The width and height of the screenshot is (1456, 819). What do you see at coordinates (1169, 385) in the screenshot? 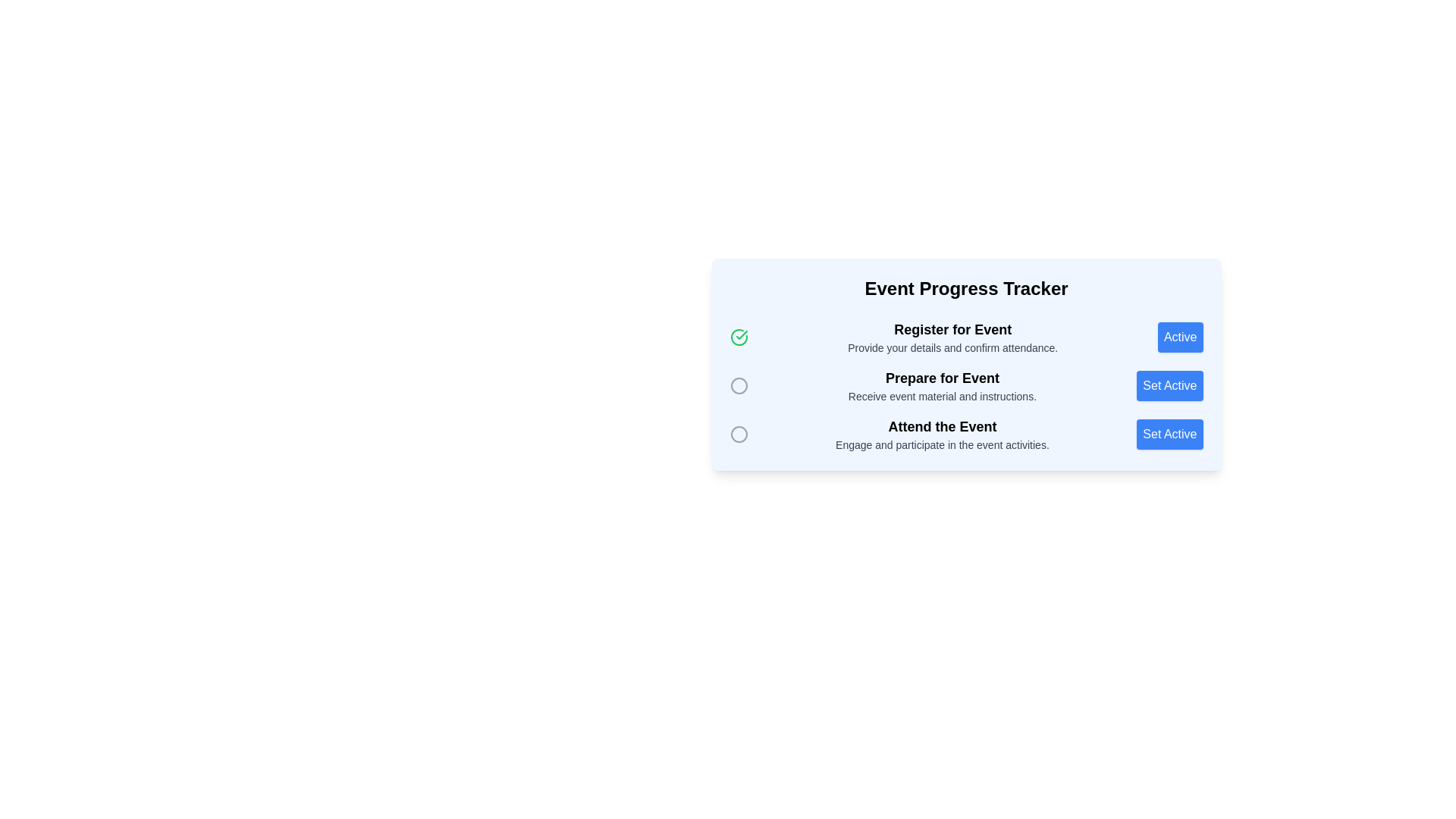
I see `the button with a blue background and white text reading 'Set Active' in the 'Prepare for Event' section of the 'Event Progress Tracker' card` at bounding box center [1169, 385].